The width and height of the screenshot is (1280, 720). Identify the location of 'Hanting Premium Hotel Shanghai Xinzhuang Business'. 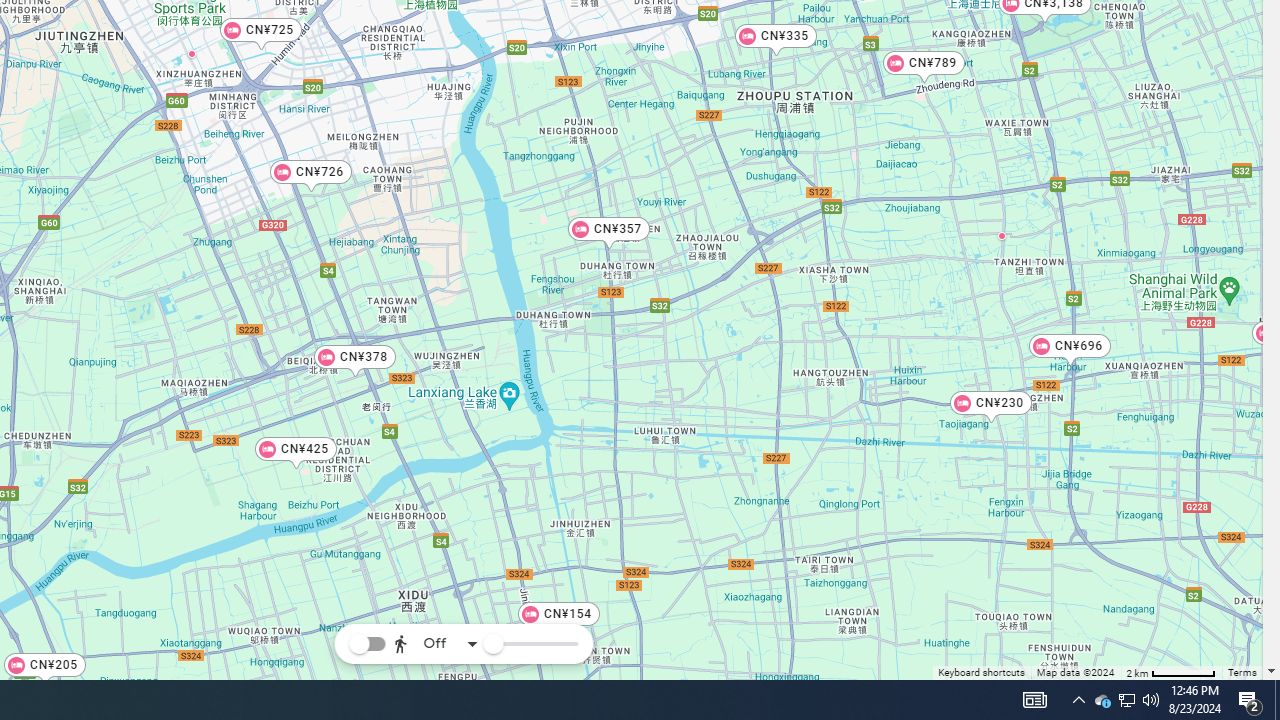
(191, 52).